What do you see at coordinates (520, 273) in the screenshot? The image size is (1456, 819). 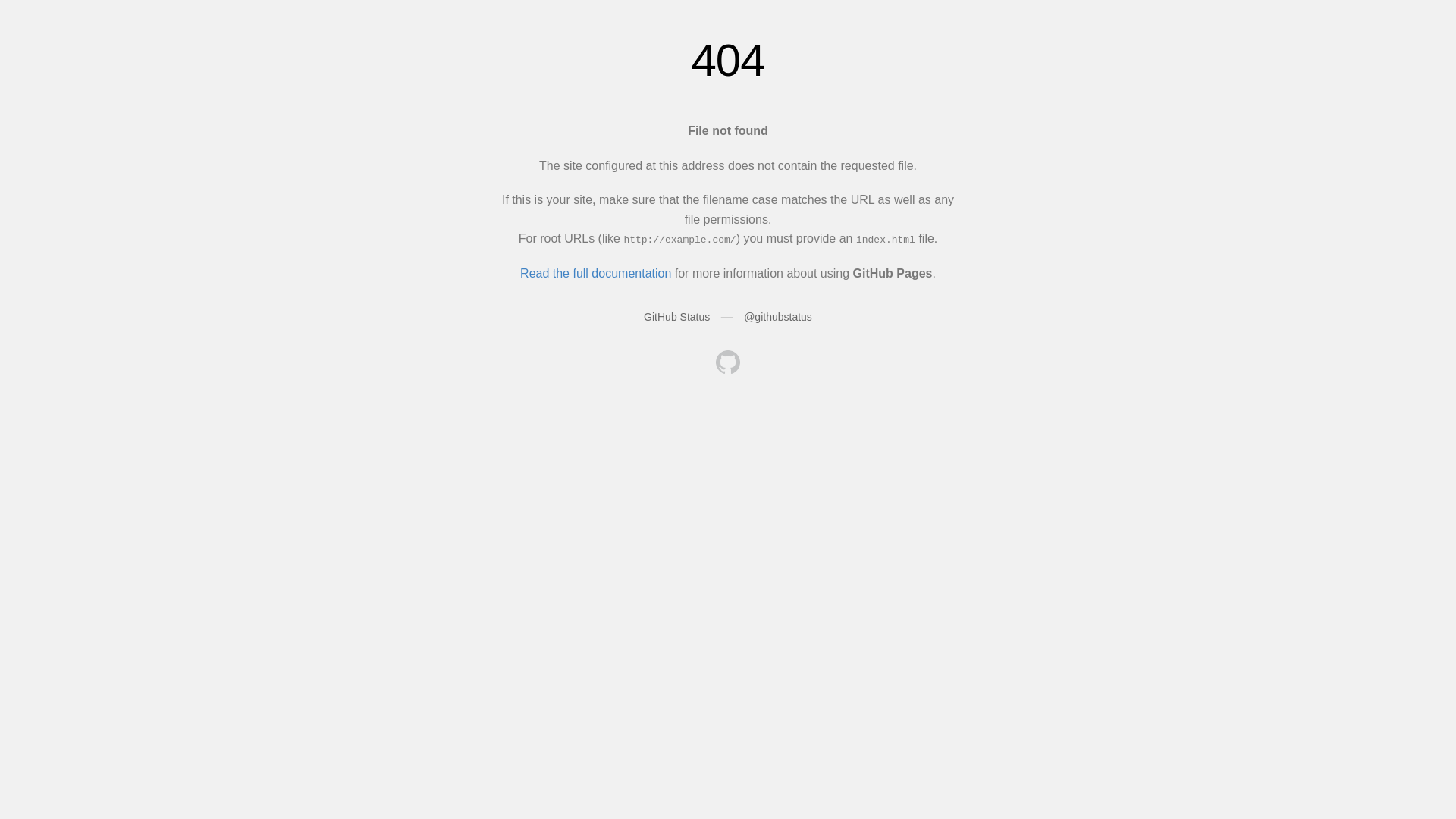 I see `'Read the full documentation'` at bounding box center [520, 273].